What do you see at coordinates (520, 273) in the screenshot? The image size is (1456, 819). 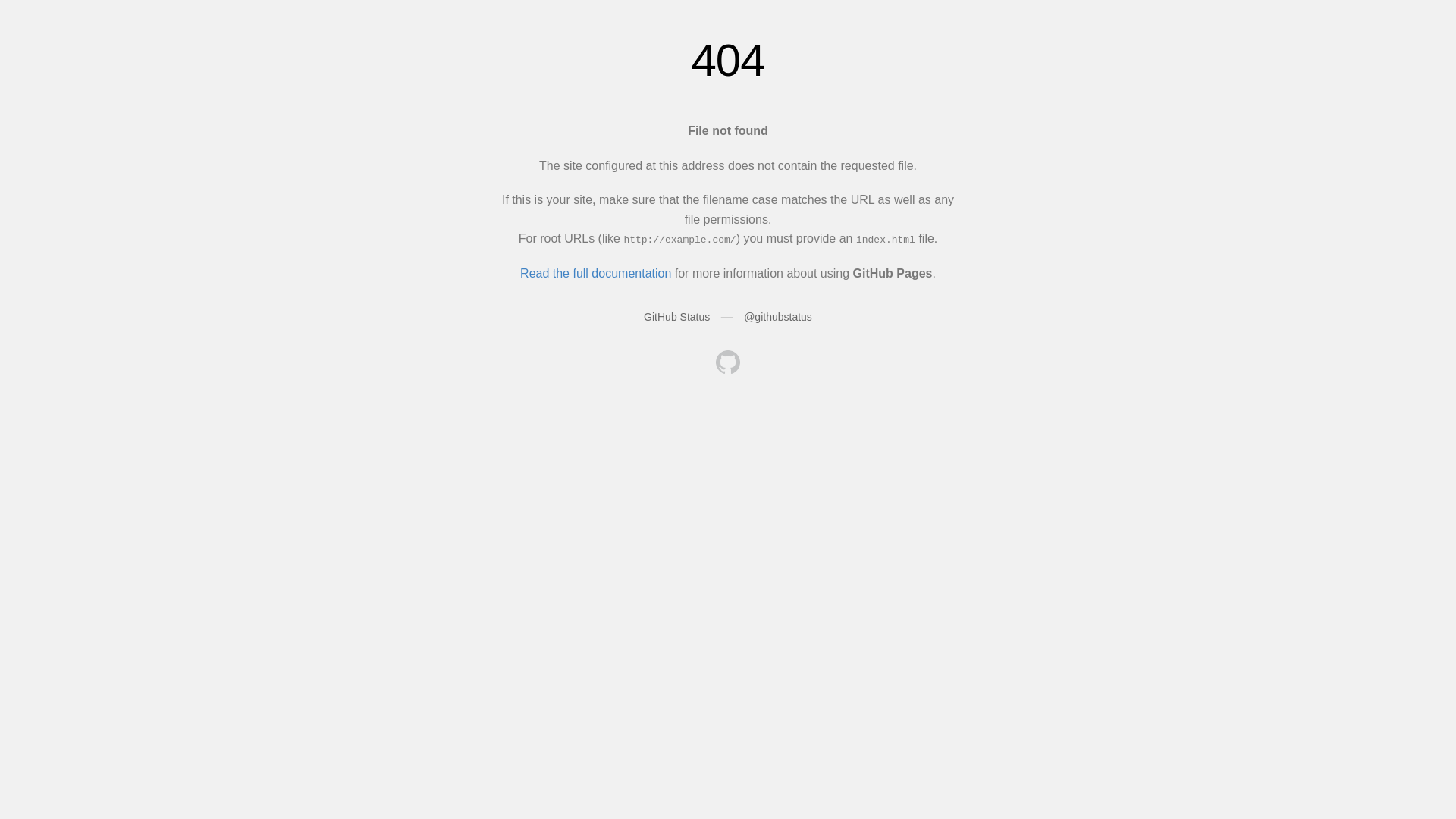 I see `'Read the full documentation'` at bounding box center [520, 273].